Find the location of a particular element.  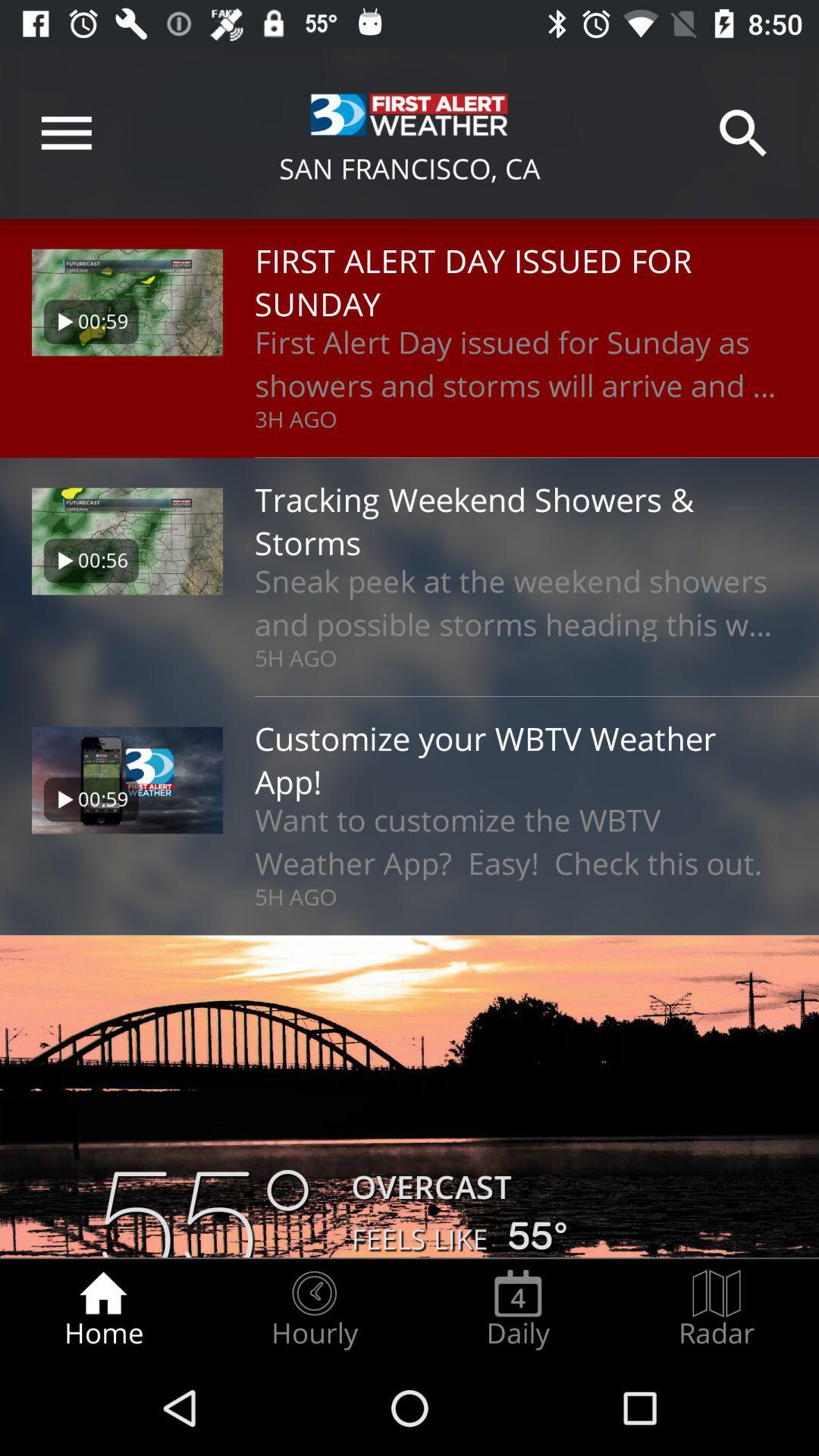

the radio button at the bottom right corner is located at coordinates (717, 1309).